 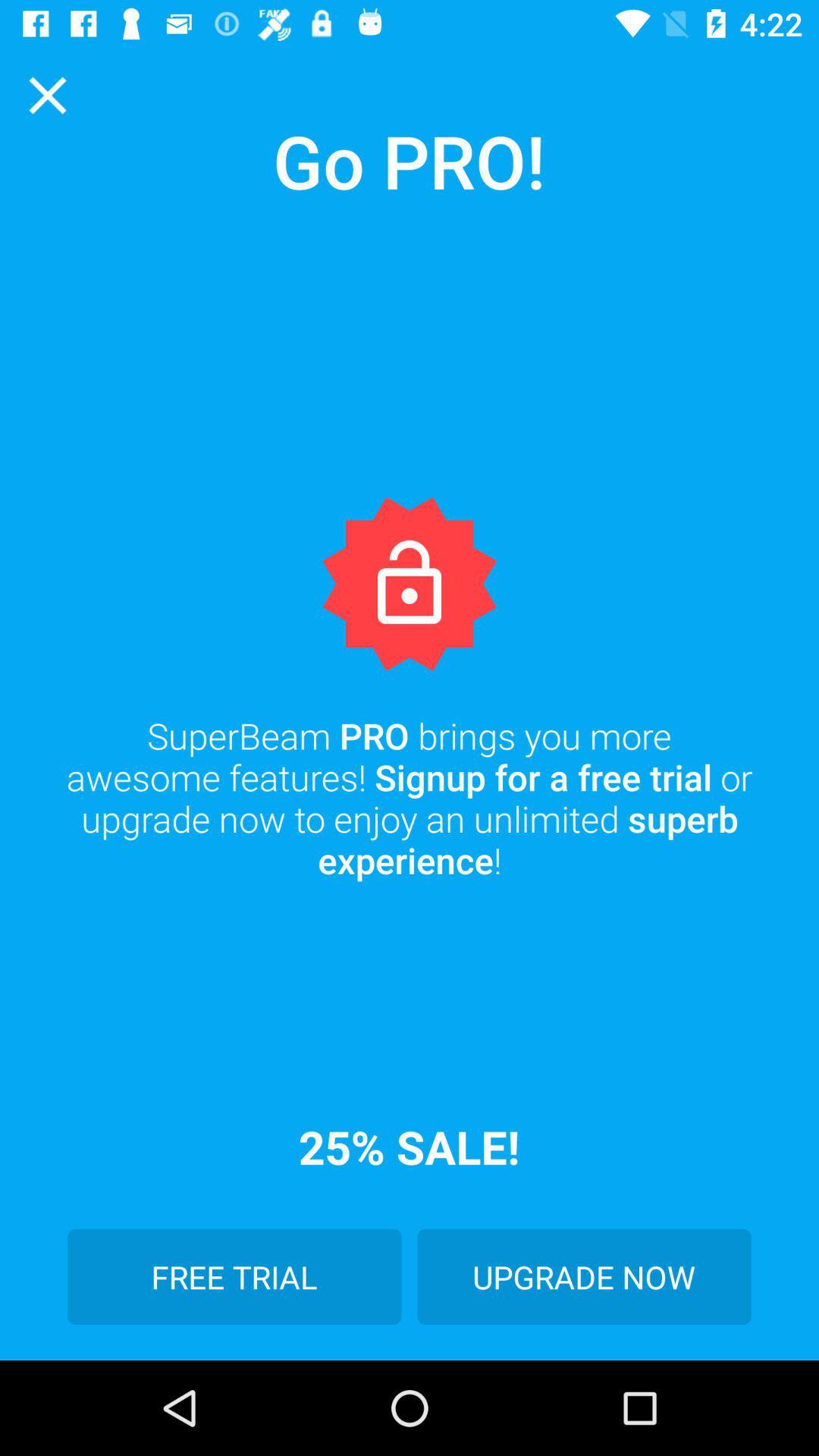 I want to click on exit the screen, so click(x=46, y=94).